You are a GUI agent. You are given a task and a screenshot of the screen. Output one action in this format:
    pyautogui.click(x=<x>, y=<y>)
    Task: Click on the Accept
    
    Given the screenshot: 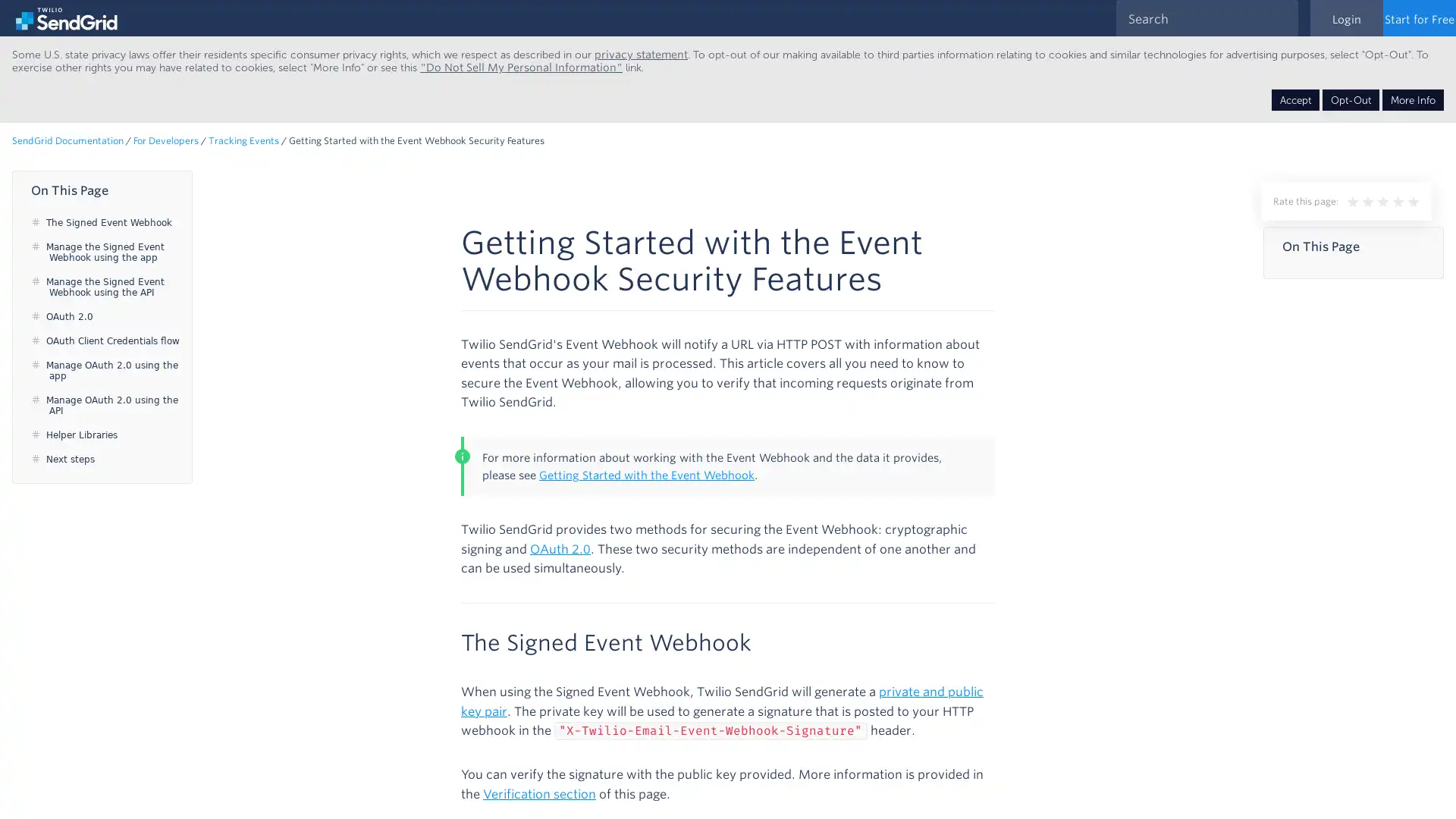 What is the action you would take?
    pyautogui.click(x=1294, y=99)
    